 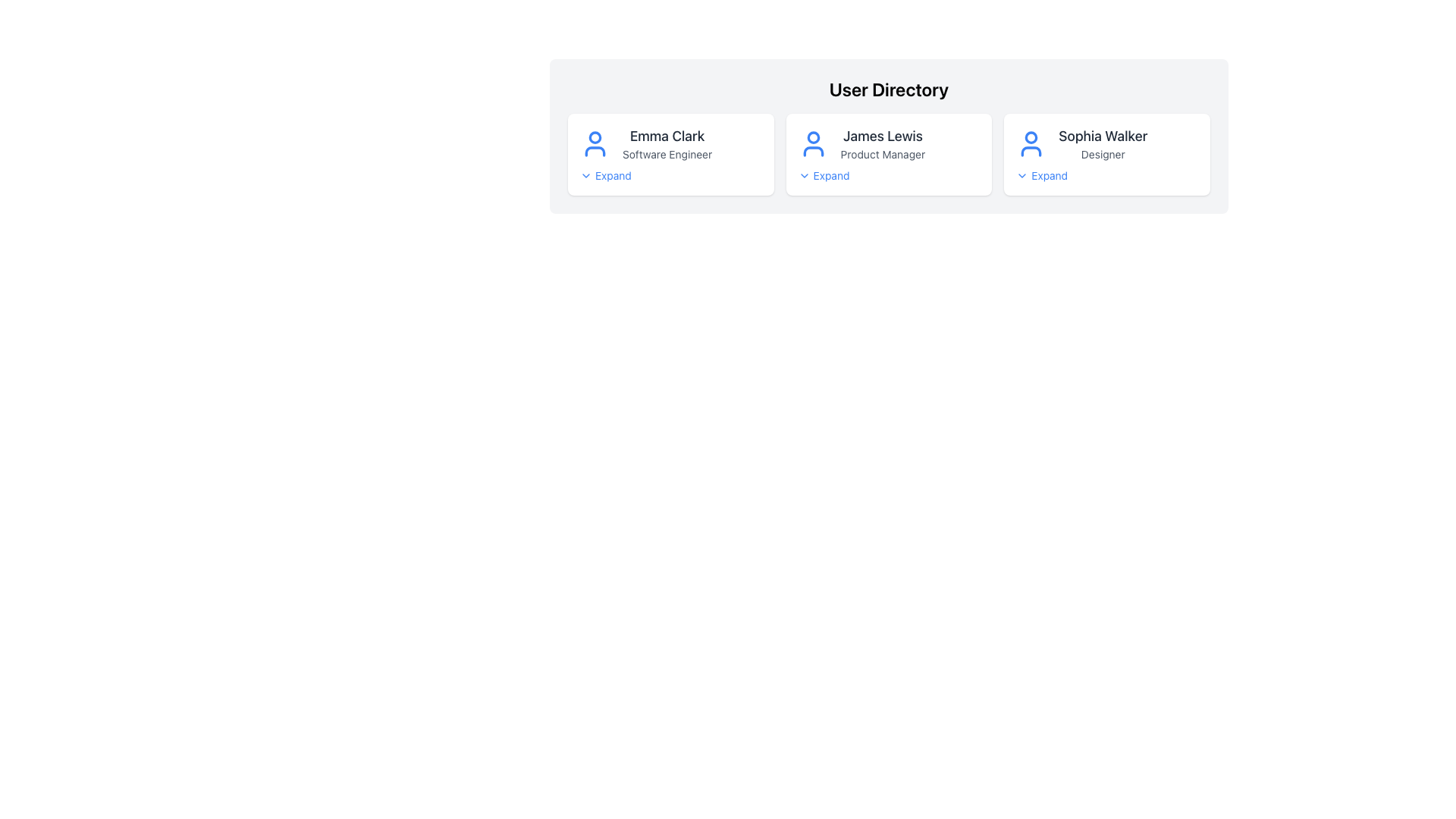 What do you see at coordinates (1031, 137) in the screenshot?
I see `the blue circular user icon representing 'Sophia Walker, Designer' in the user directory panel` at bounding box center [1031, 137].